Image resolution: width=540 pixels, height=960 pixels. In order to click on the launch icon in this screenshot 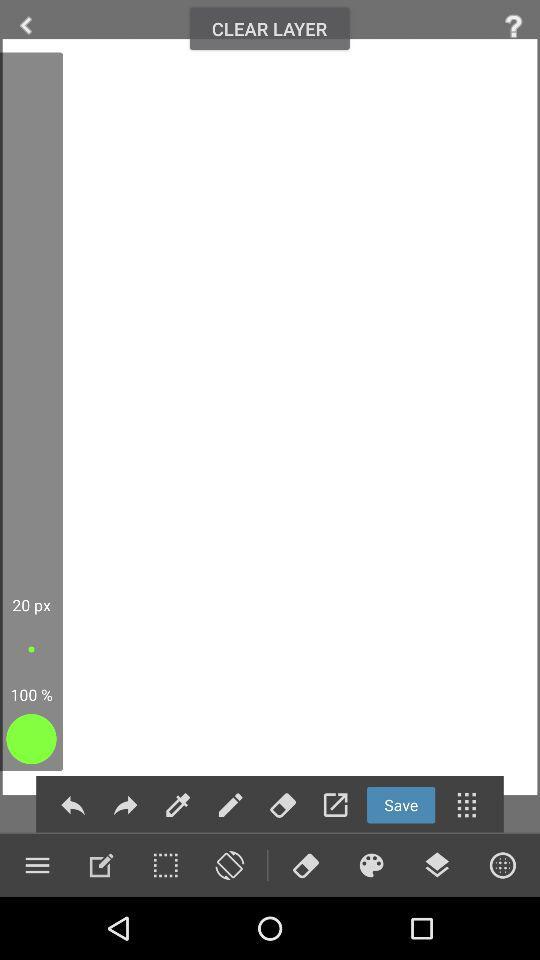, I will do `click(335, 805)`.